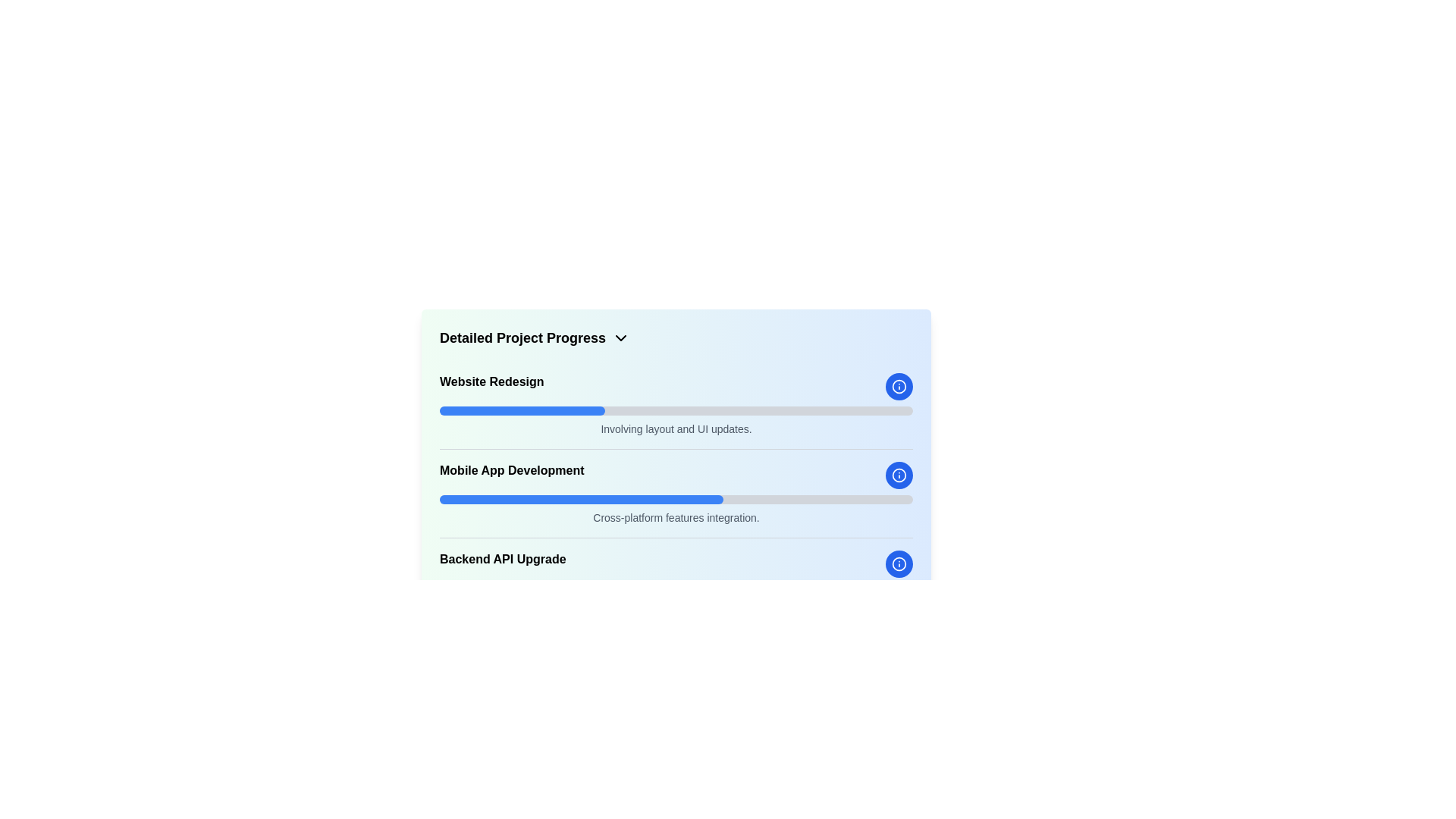 Image resolution: width=1456 pixels, height=819 pixels. Describe the element at coordinates (676, 500) in the screenshot. I see `the progress bar that displays 60% completion, located below the 'Mobile App Development' text and above the 'Cross-platform features integration.' text` at that location.